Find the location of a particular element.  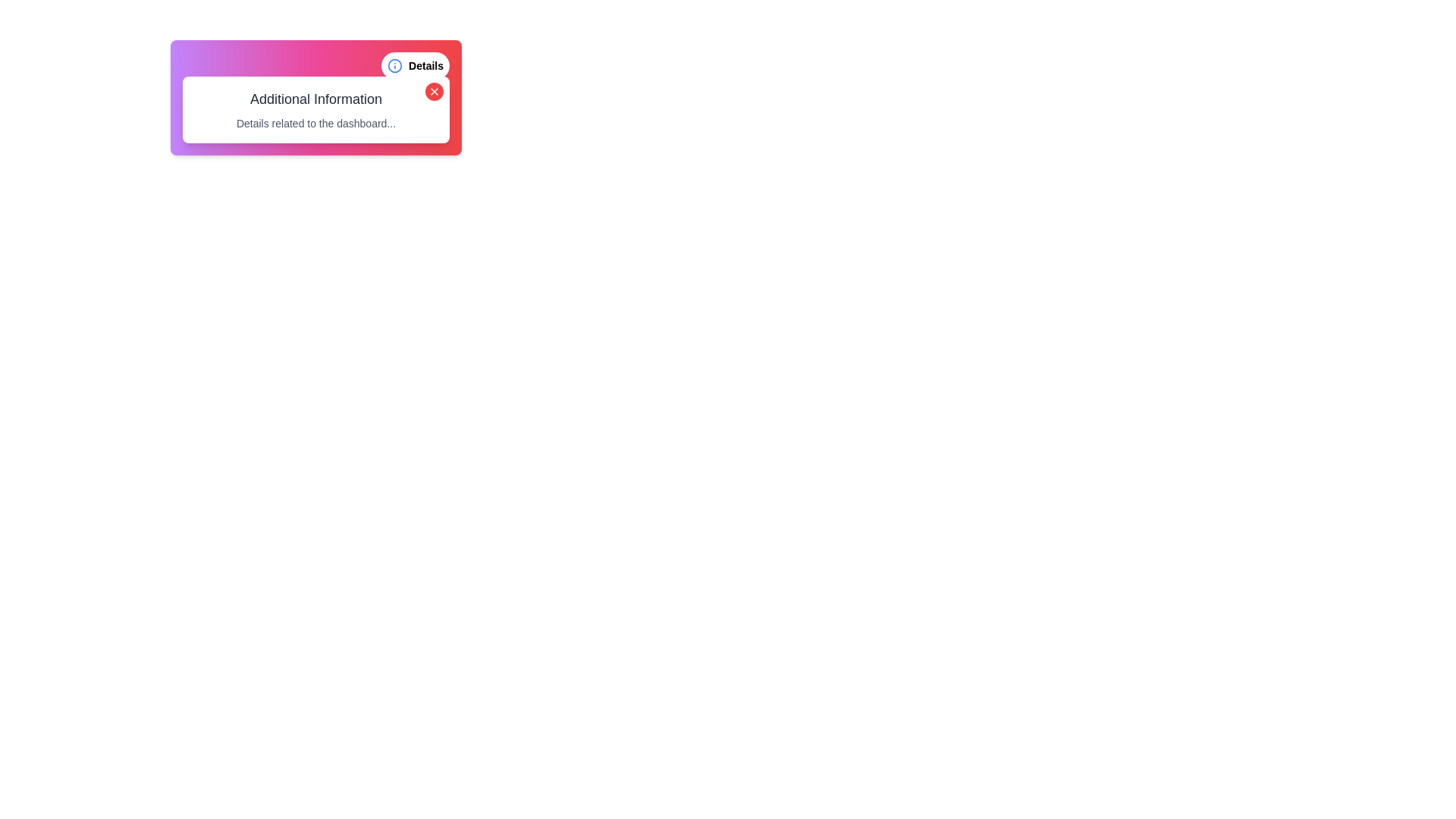

the close icon button located in the upper-right corner of the card-like interface is located at coordinates (433, 91).